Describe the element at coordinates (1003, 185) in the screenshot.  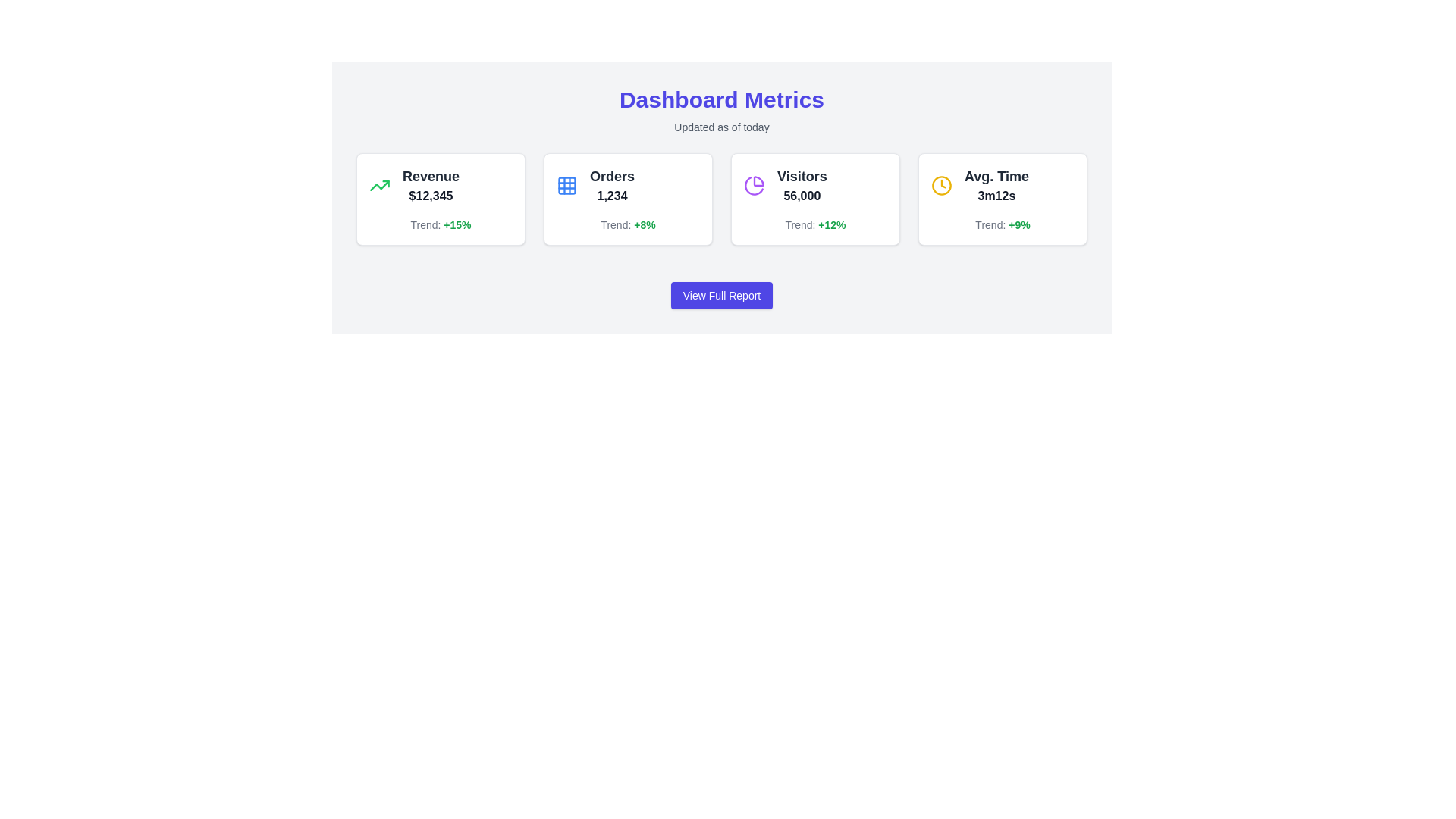
I see `the yellow clock-shaped icon with 'Avg. Time' and '3m12s' text located on the rightmost side of the dashboard under 'Dashboard Metrics'` at that location.